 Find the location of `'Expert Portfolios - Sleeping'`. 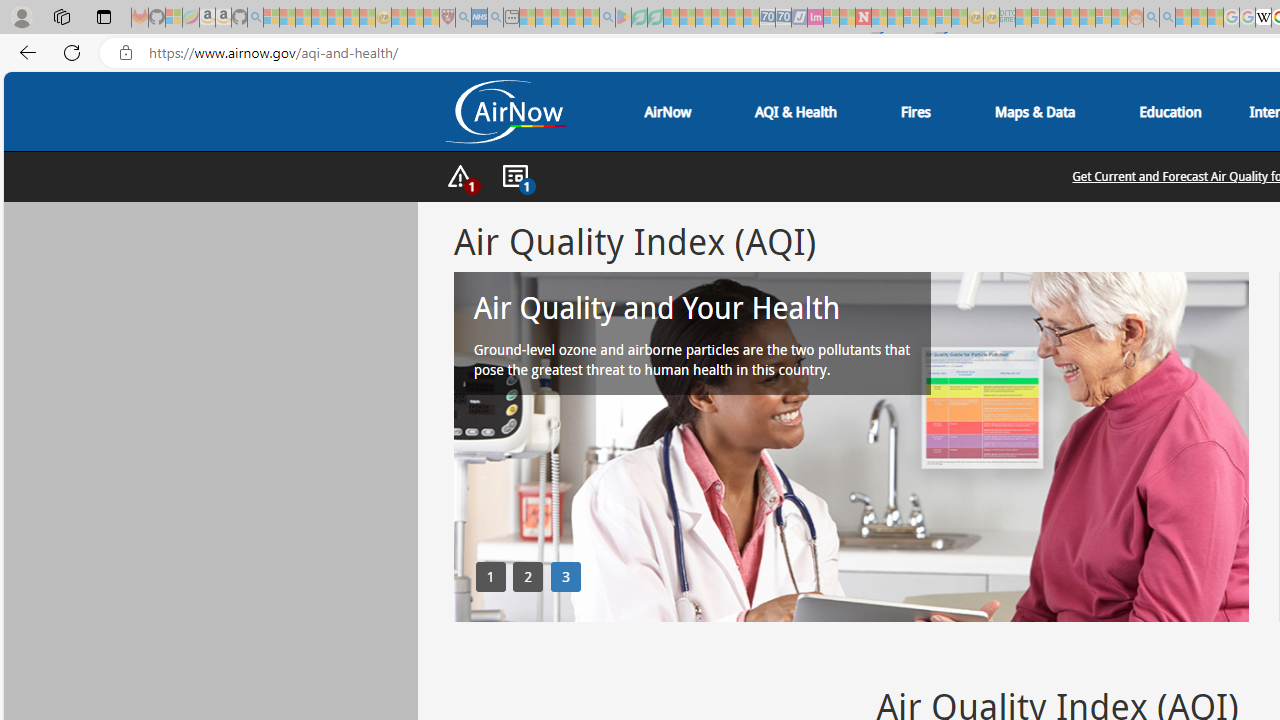

'Expert Portfolios - Sleeping' is located at coordinates (1070, 17).